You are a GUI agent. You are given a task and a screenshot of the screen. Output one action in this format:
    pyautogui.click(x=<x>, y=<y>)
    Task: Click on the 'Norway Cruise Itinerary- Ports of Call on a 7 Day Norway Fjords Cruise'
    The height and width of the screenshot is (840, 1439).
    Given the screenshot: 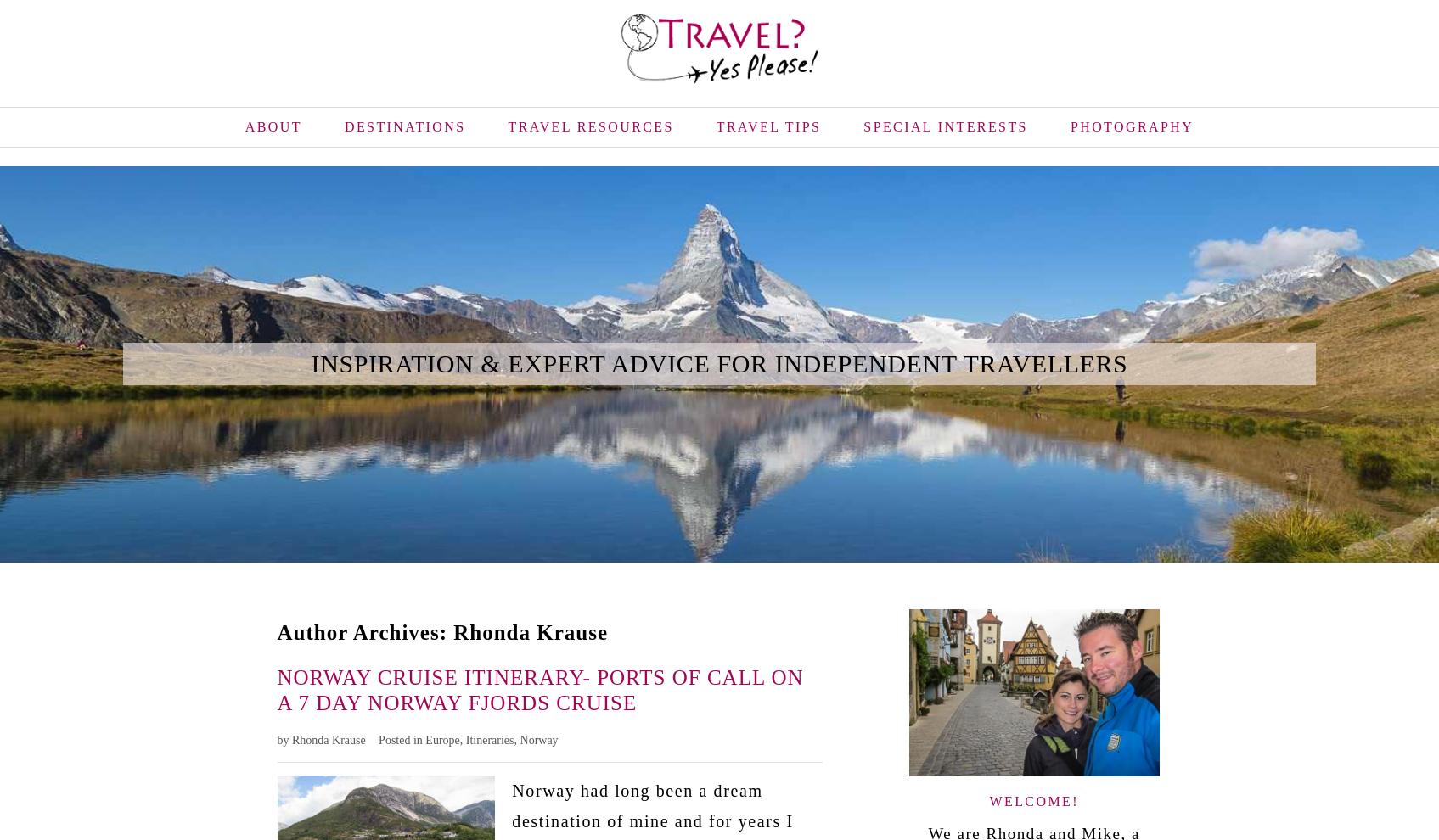 What is the action you would take?
    pyautogui.click(x=538, y=688)
    